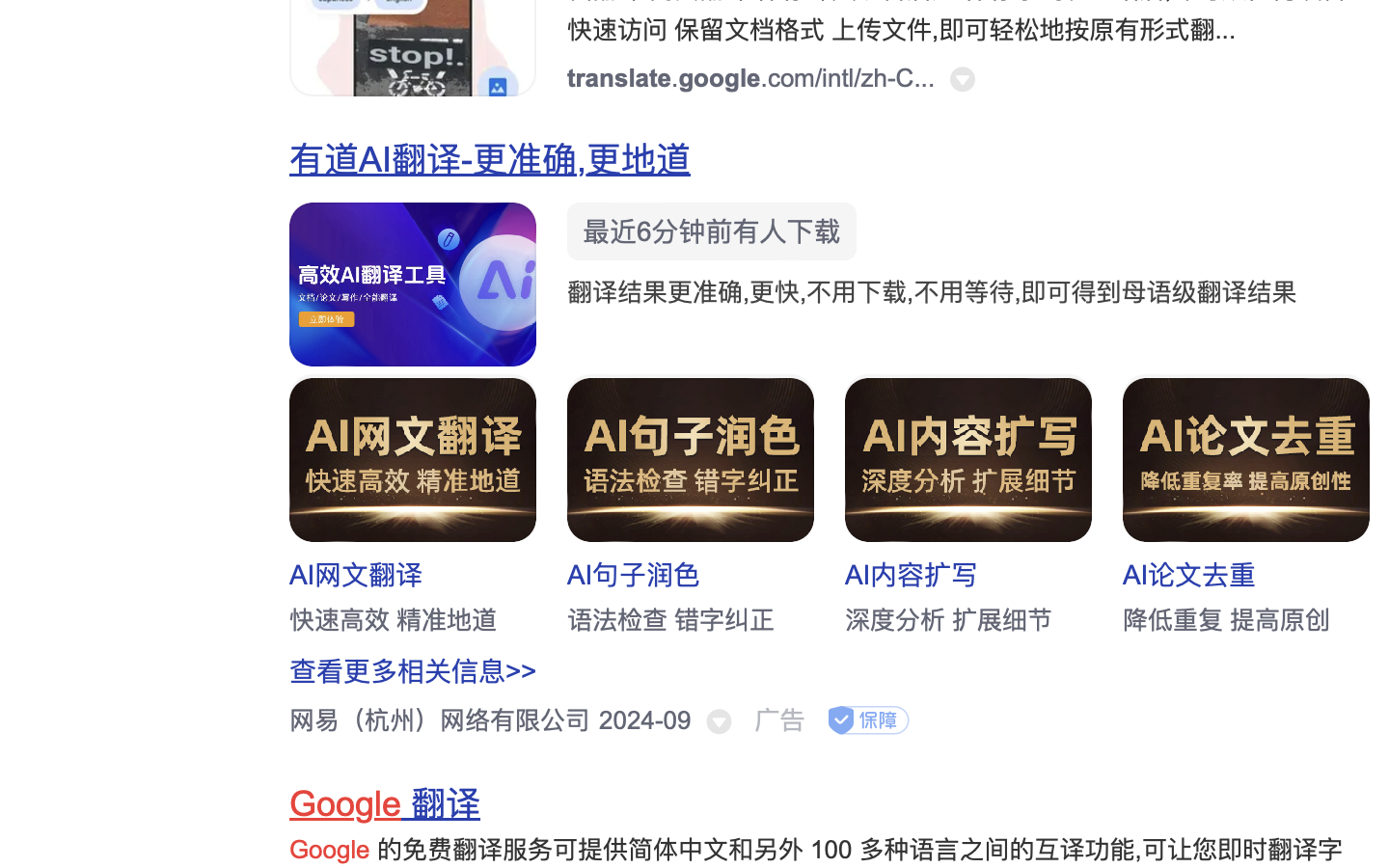 This screenshot has width=1389, height=868. Describe the element at coordinates (1226, 619) in the screenshot. I see `'降低重复 提高原创'` at that location.